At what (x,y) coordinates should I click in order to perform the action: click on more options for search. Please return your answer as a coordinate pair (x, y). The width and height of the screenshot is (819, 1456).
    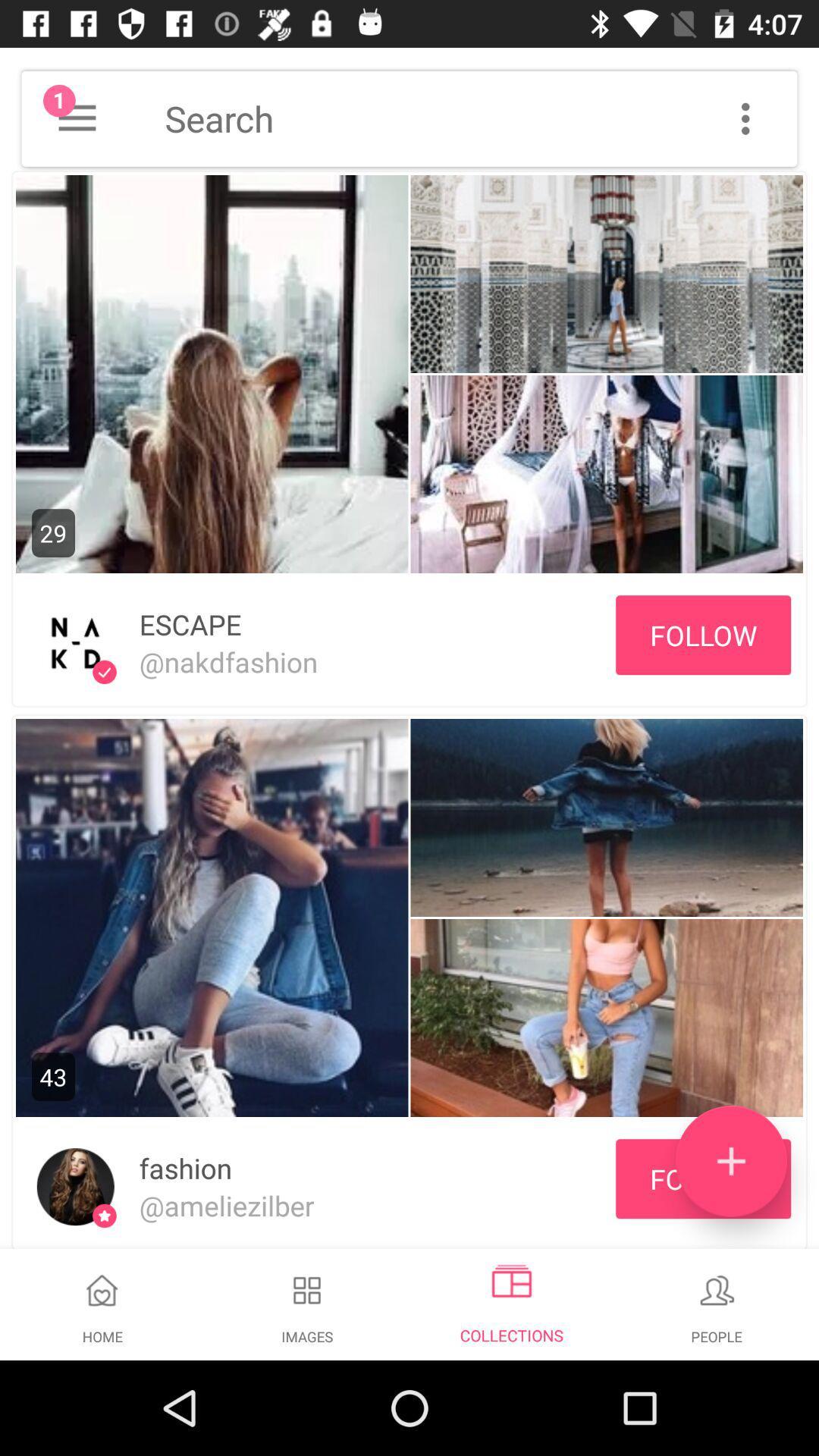
    Looking at the image, I should click on (745, 118).